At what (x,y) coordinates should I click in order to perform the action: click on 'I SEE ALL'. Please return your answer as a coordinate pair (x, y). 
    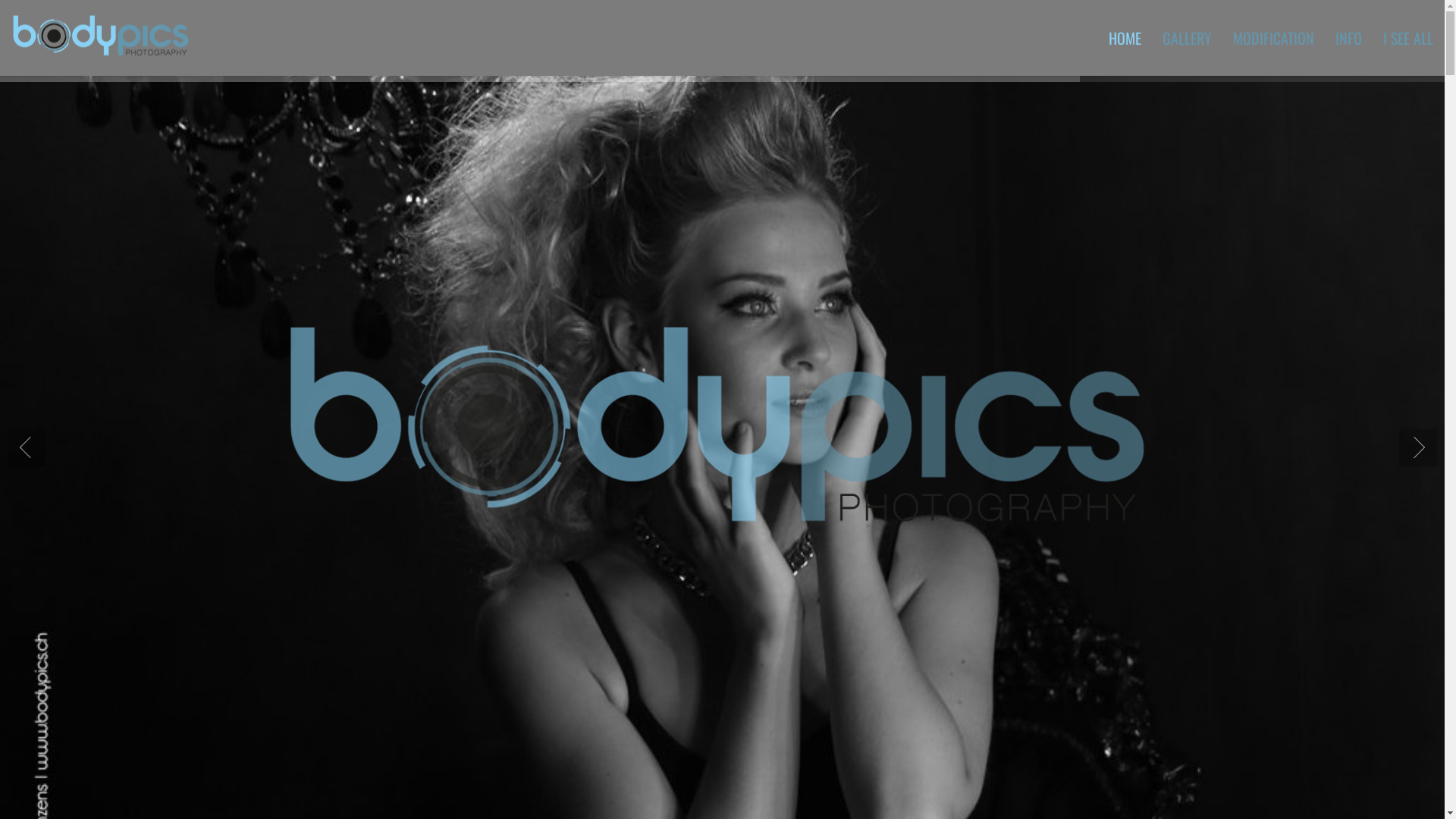
    Looking at the image, I should click on (1372, 37).